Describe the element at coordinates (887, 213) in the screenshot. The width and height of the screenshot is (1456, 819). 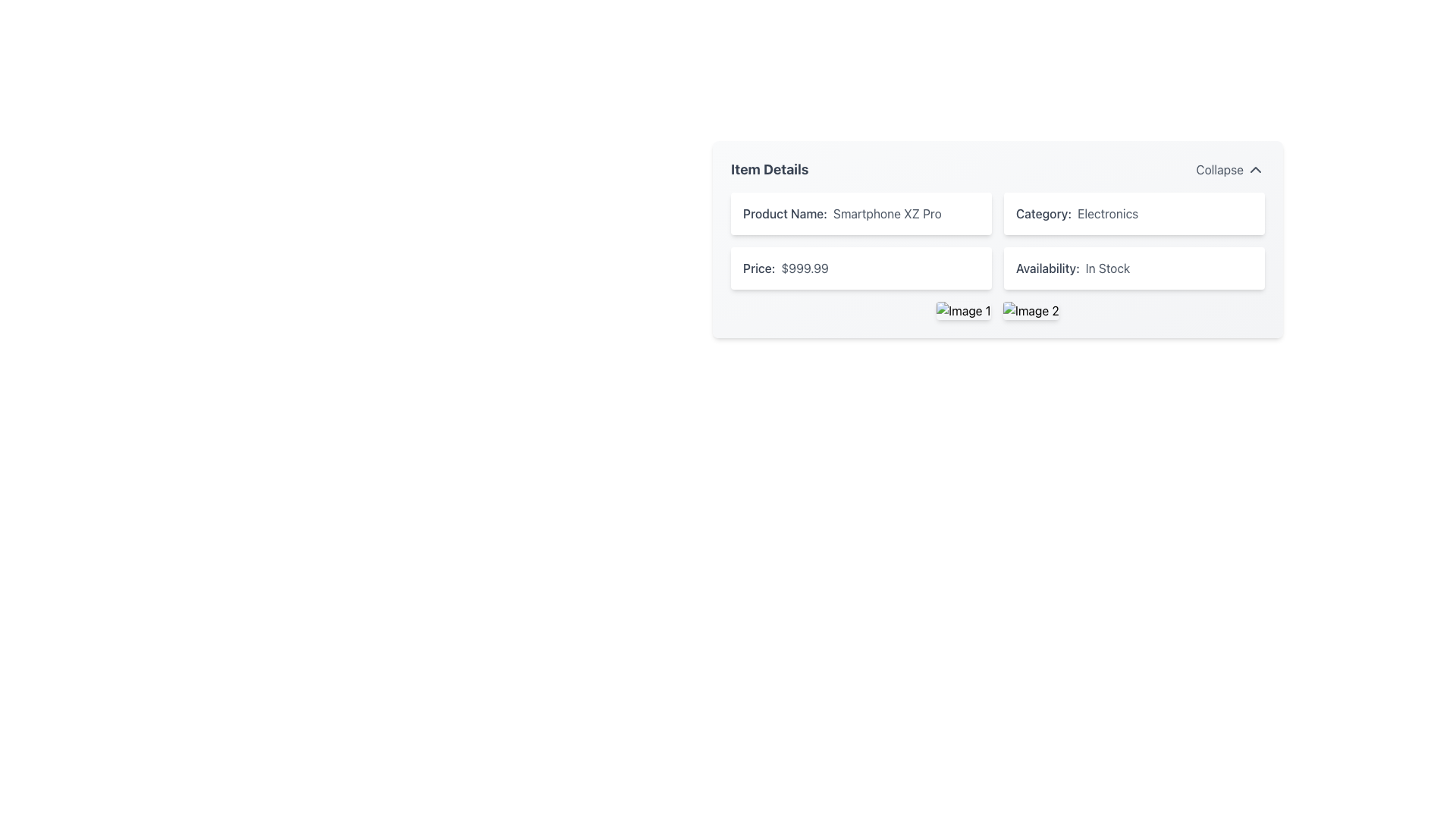
I see `the Text Label displaying 'Smartphone XZ Pro', which is styled in gray and located next to 'Product Name:' within a card-like component` at that location.